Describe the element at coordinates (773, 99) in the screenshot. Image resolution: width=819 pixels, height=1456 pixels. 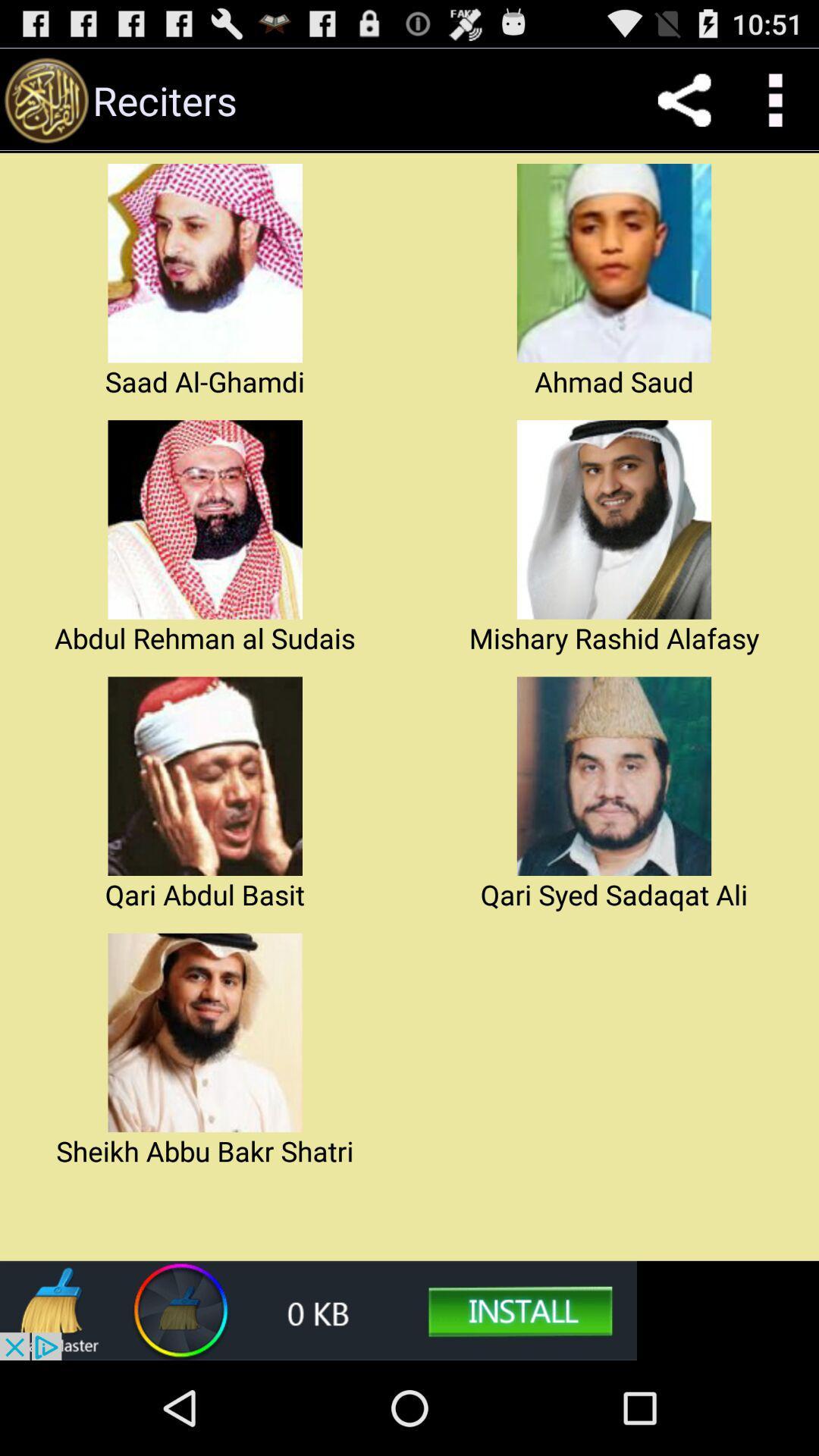
I see `customize and control` at that location.